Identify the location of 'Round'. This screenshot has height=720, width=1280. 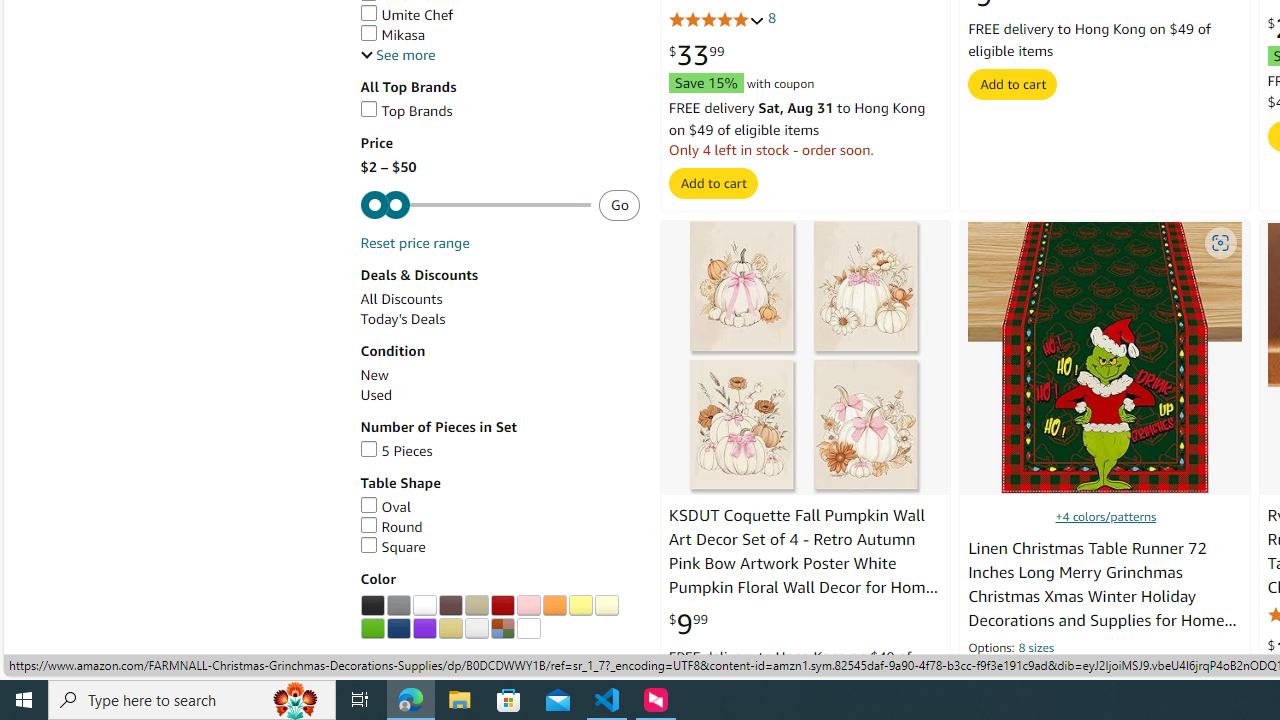
(391, 526).